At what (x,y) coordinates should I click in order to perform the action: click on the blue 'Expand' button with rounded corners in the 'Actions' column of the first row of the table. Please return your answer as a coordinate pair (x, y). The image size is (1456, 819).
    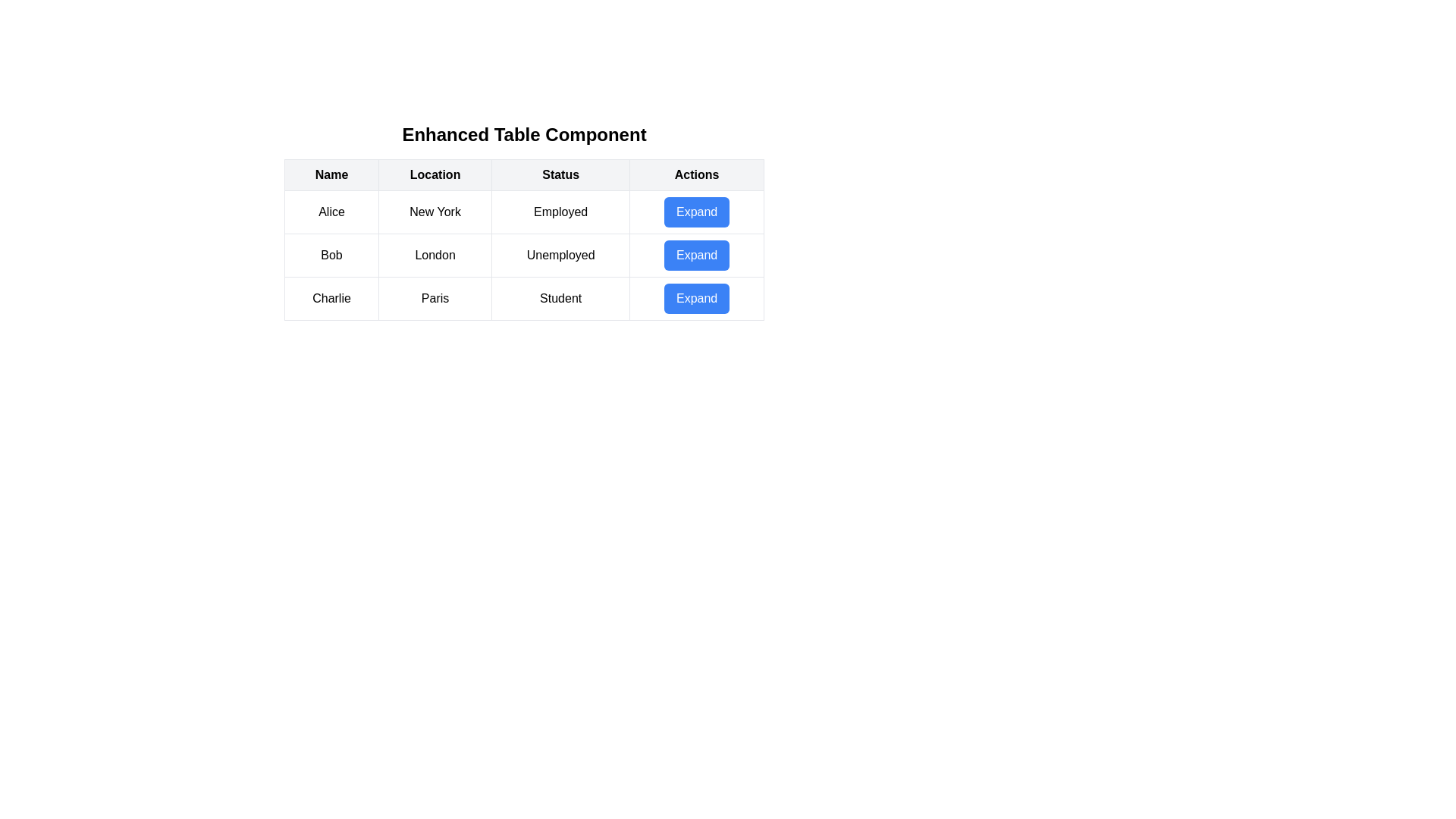
    Looking at the image, I should click on (696, 212).